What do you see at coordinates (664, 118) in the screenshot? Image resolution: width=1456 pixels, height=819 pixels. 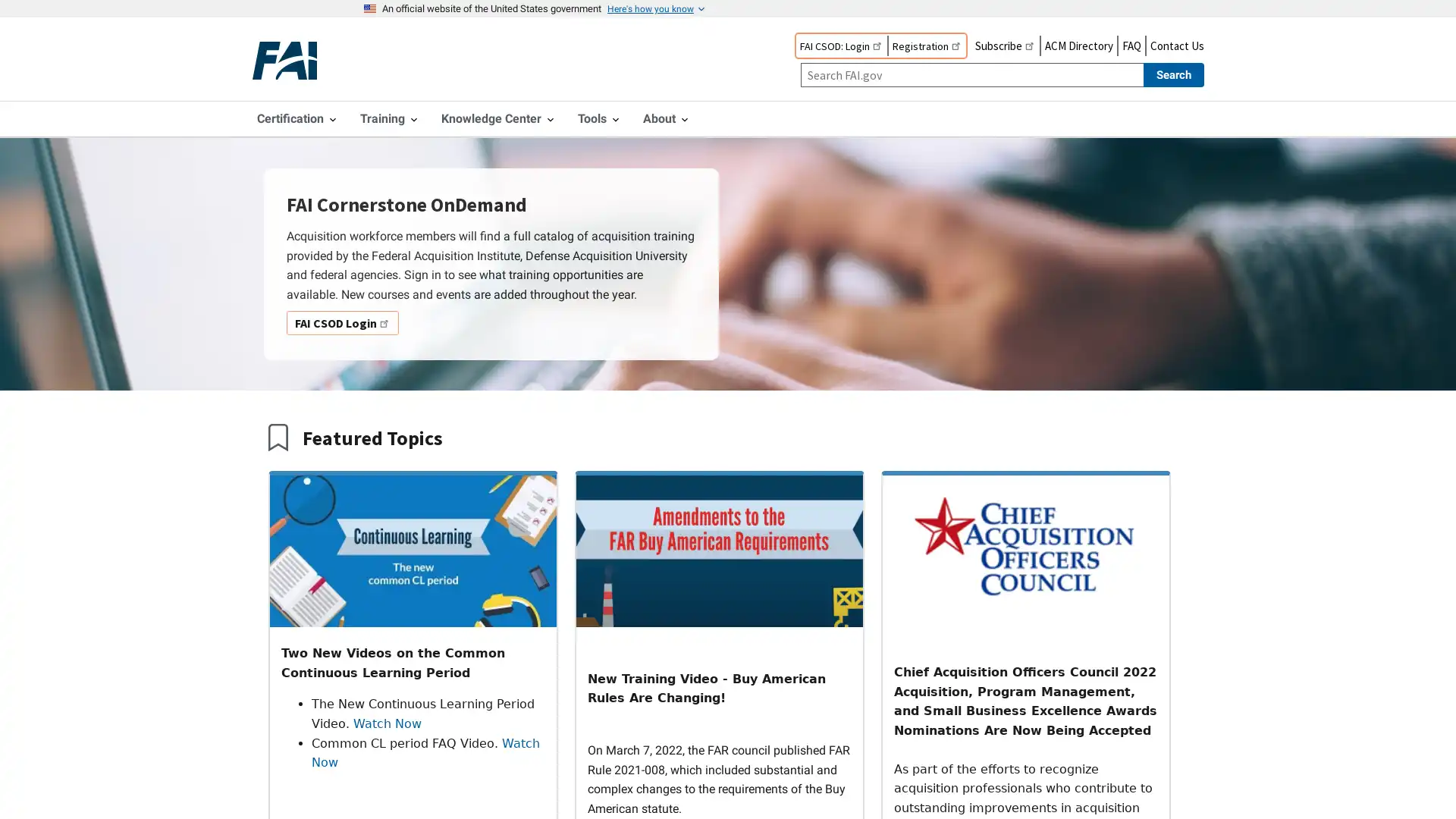 I see `About` at bounding box center [664, 118].